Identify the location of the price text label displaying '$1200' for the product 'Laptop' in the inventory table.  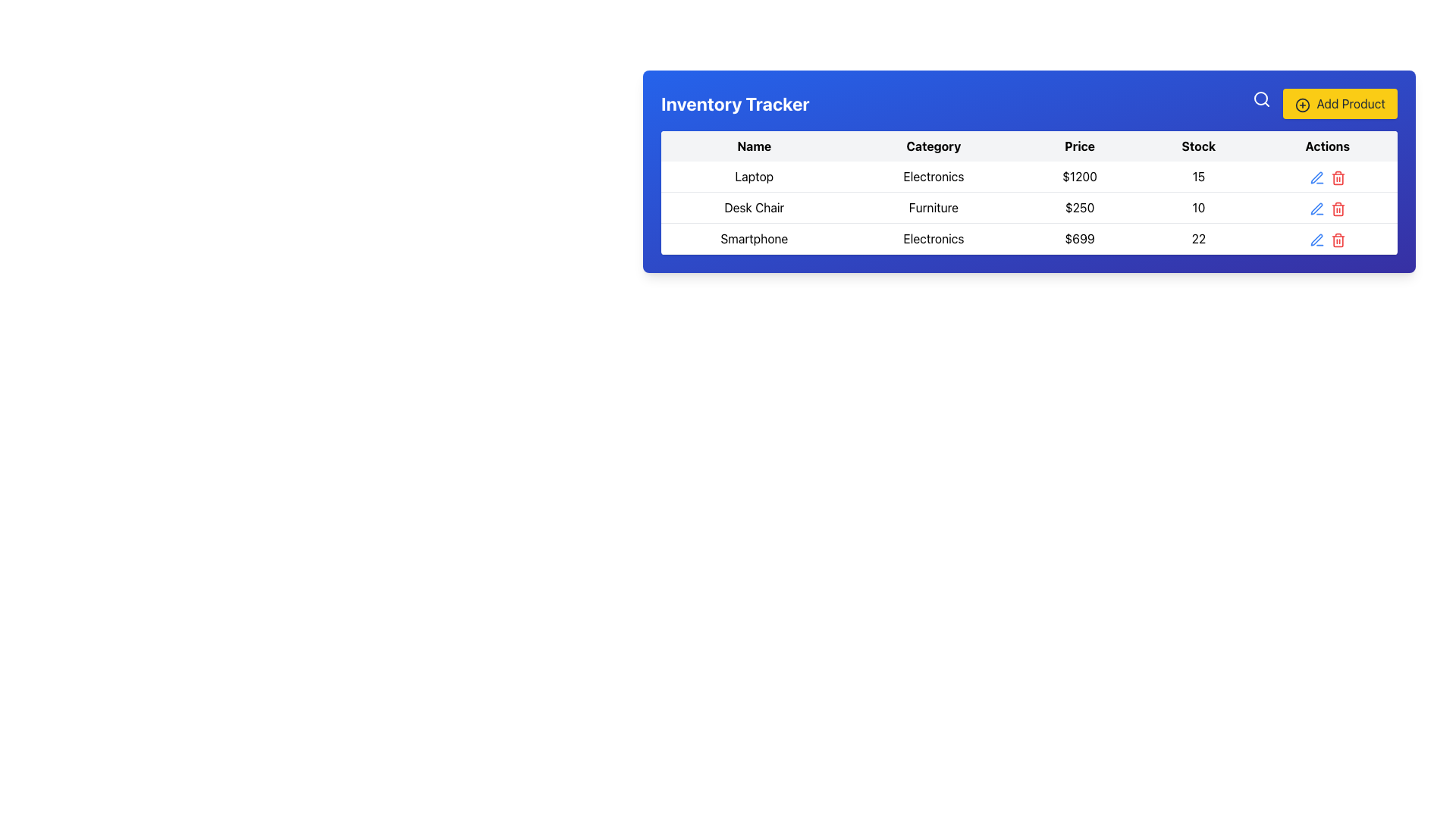
(1079, 176).